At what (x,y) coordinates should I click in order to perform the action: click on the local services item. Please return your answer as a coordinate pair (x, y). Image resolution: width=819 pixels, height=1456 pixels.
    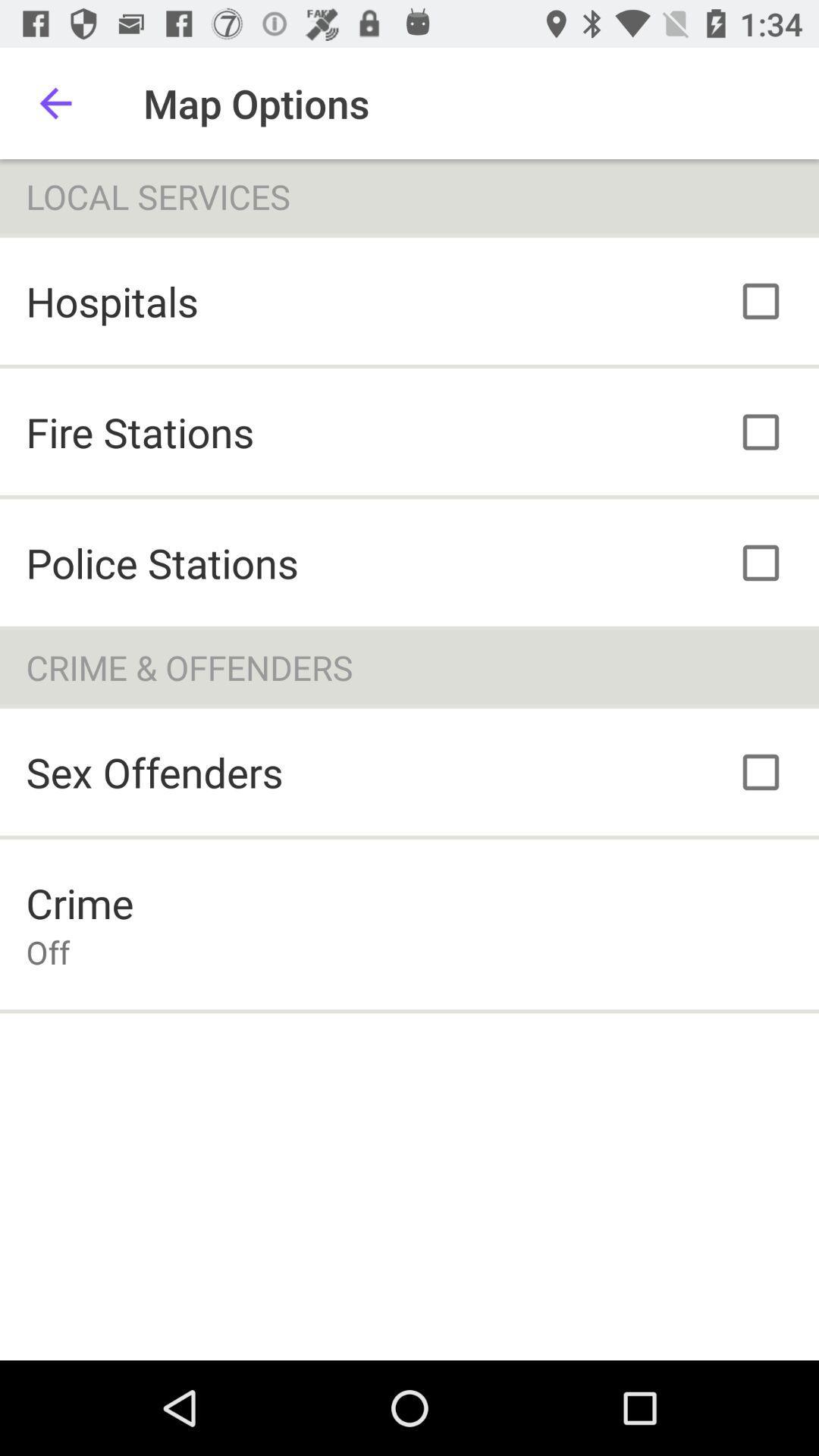
    Looking at the image, I should click on (409, 196).